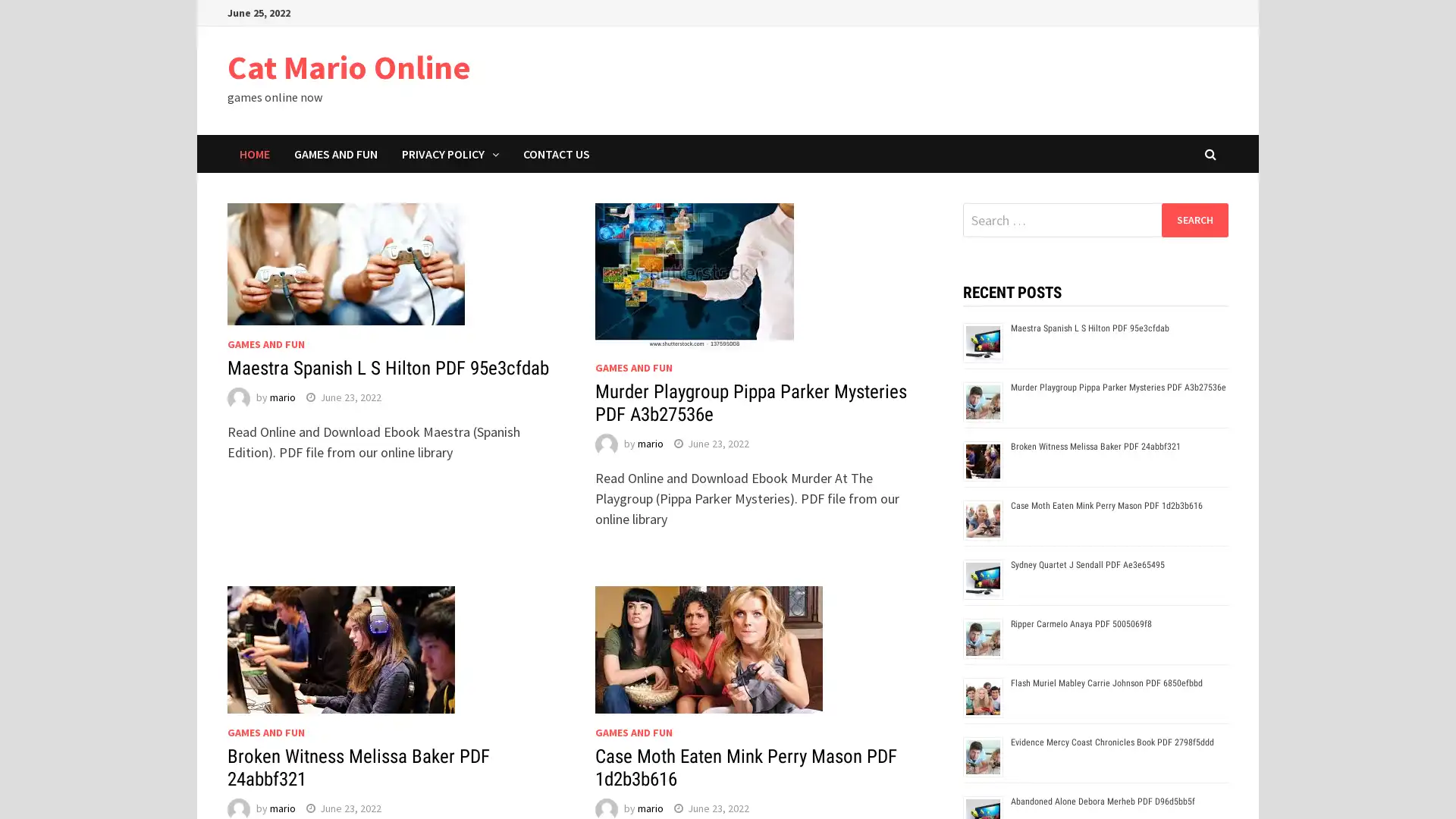 This screenshot has width=1456, height=819. What do you see at coordinates (1194, 219) in the screenshot?
I see `Search` at bounding box center [1194, 219].